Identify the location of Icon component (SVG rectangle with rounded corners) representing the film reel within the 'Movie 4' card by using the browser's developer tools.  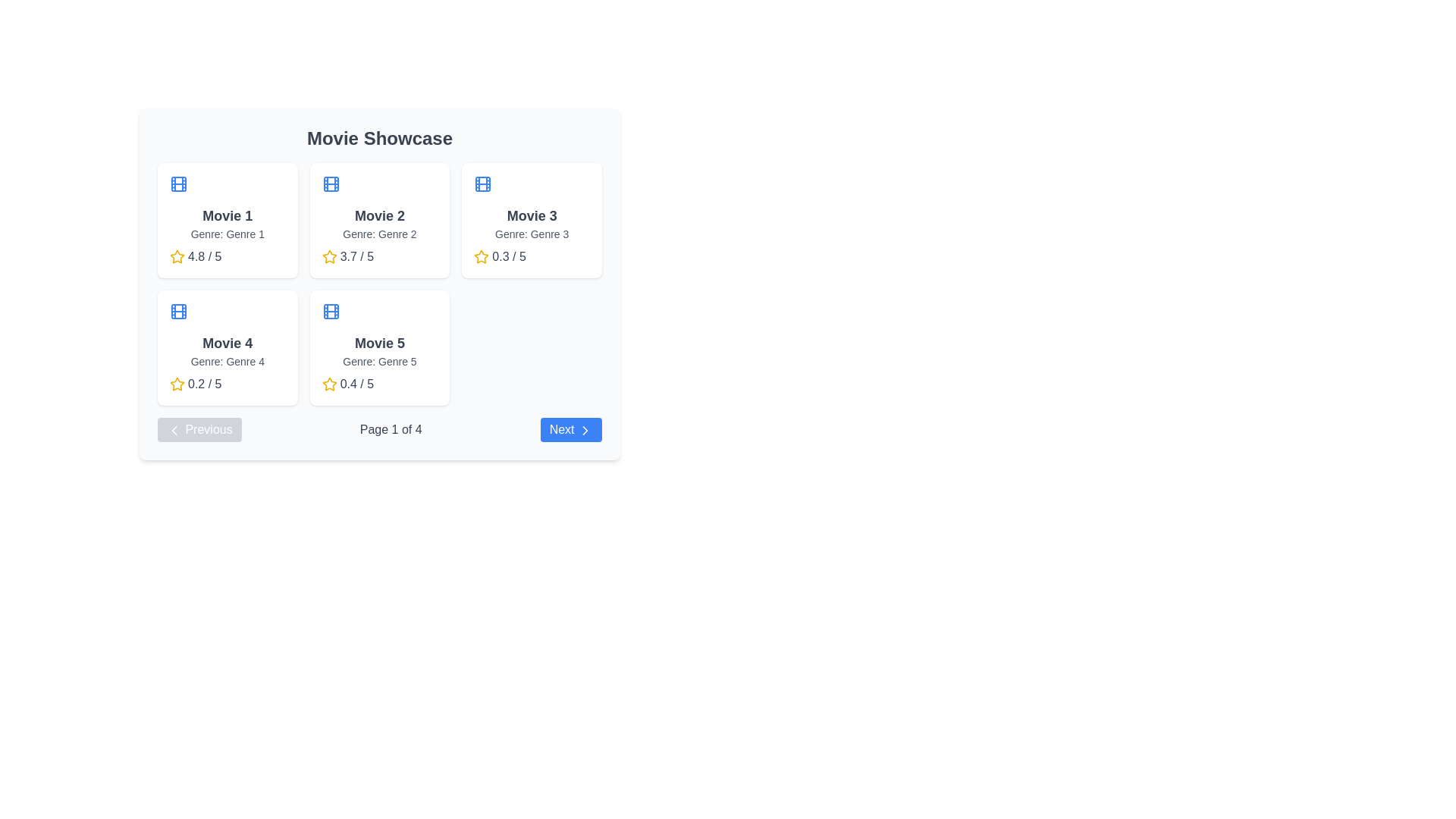
(178, 311).